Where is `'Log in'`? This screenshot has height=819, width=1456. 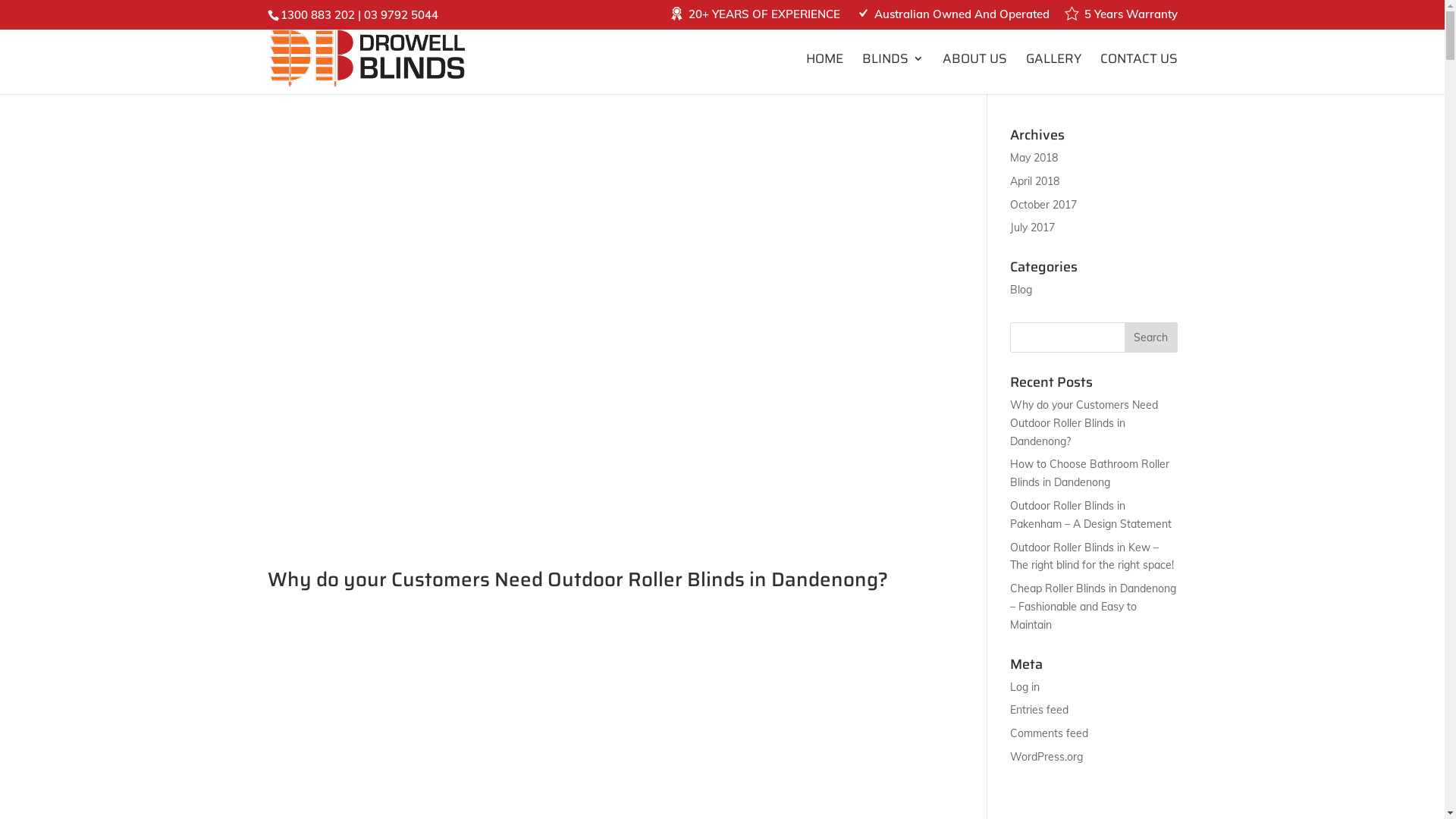 'Log in' is located at coordinates (1025, 687).